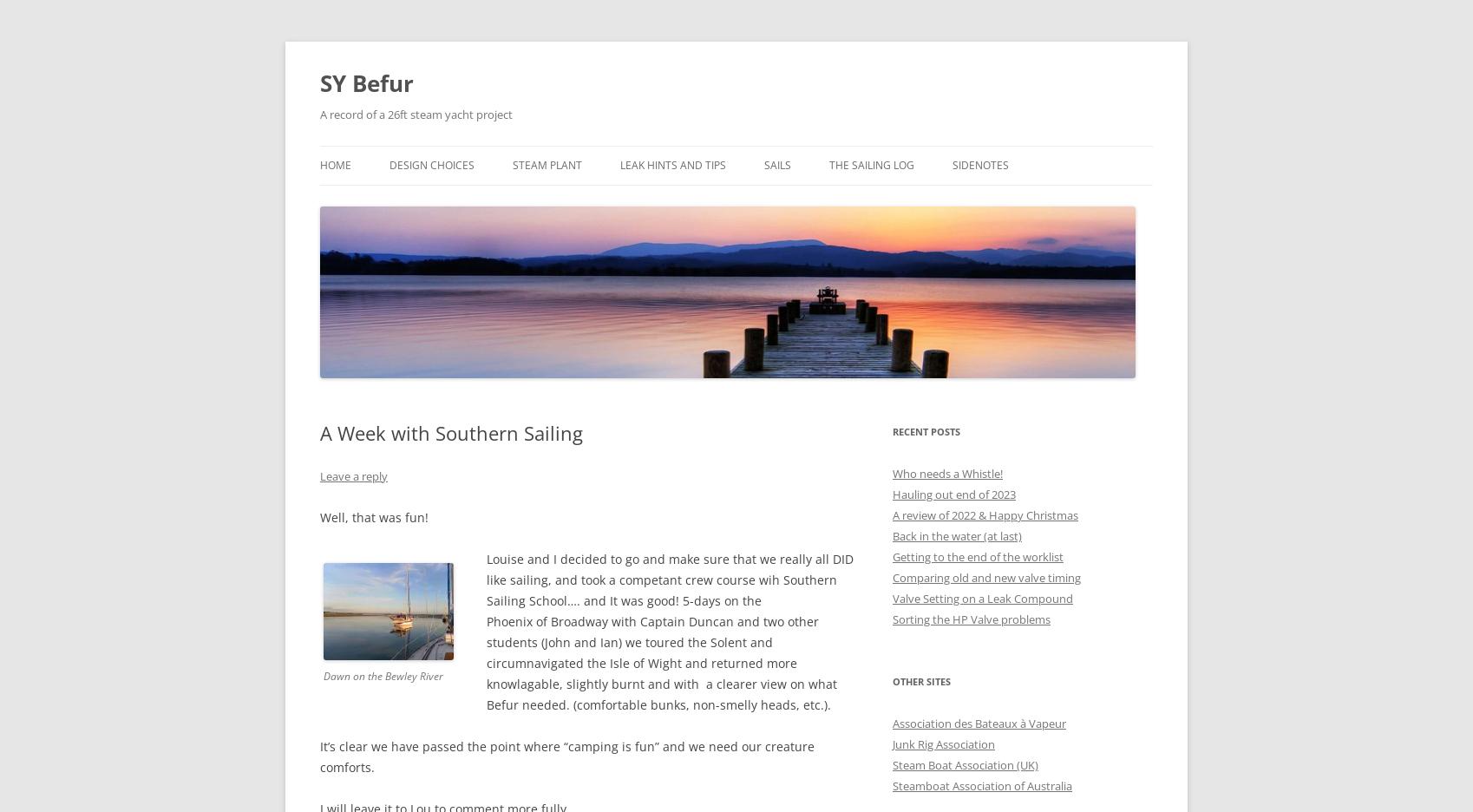  What do you see at coordinates (513, 164) in the screenshot?
I see `'Steam Plant'` at bounding box center [513, 164].